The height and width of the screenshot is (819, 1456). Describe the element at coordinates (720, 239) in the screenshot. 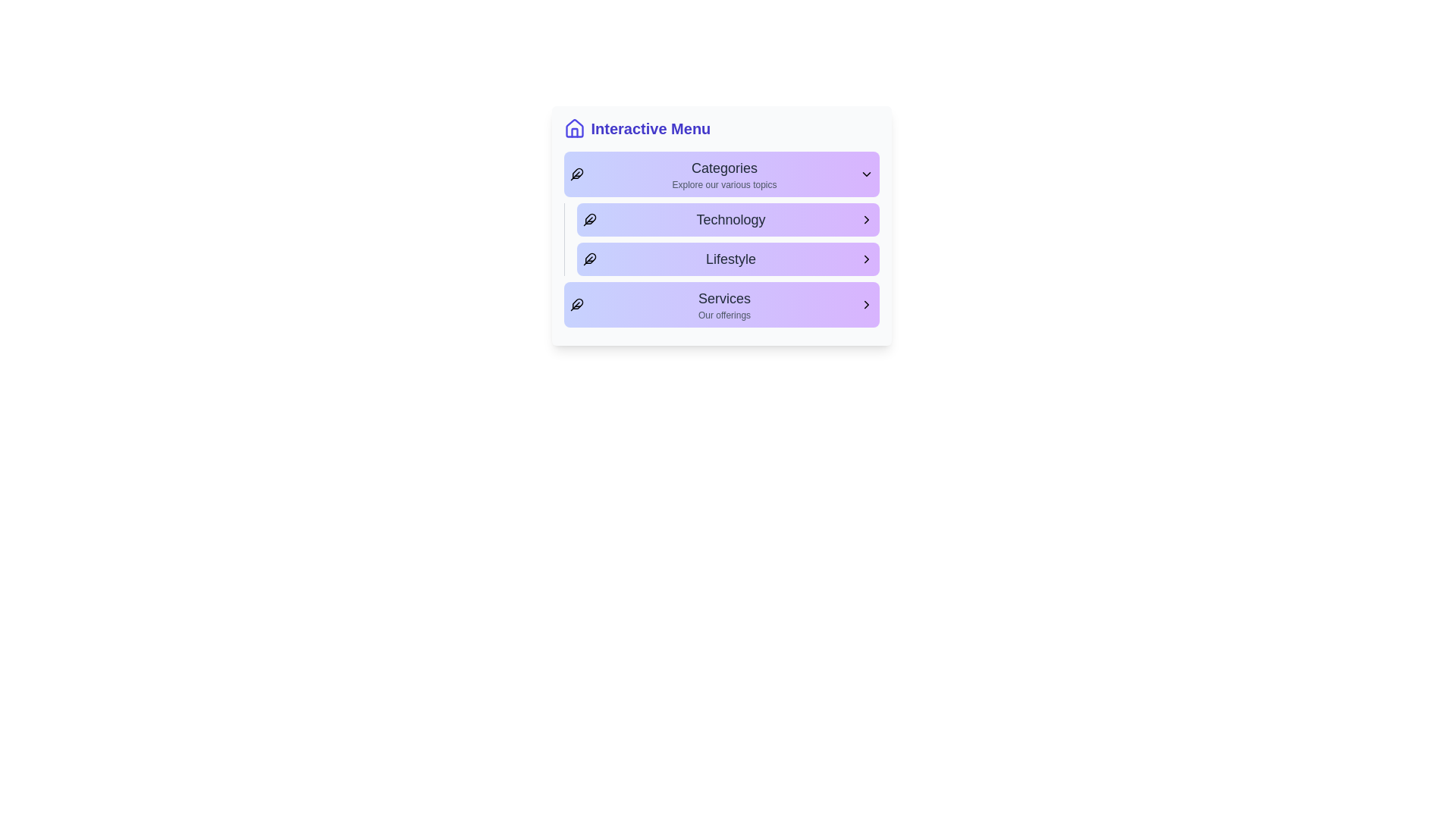

I see `the 'Technology' category list item` at that location.